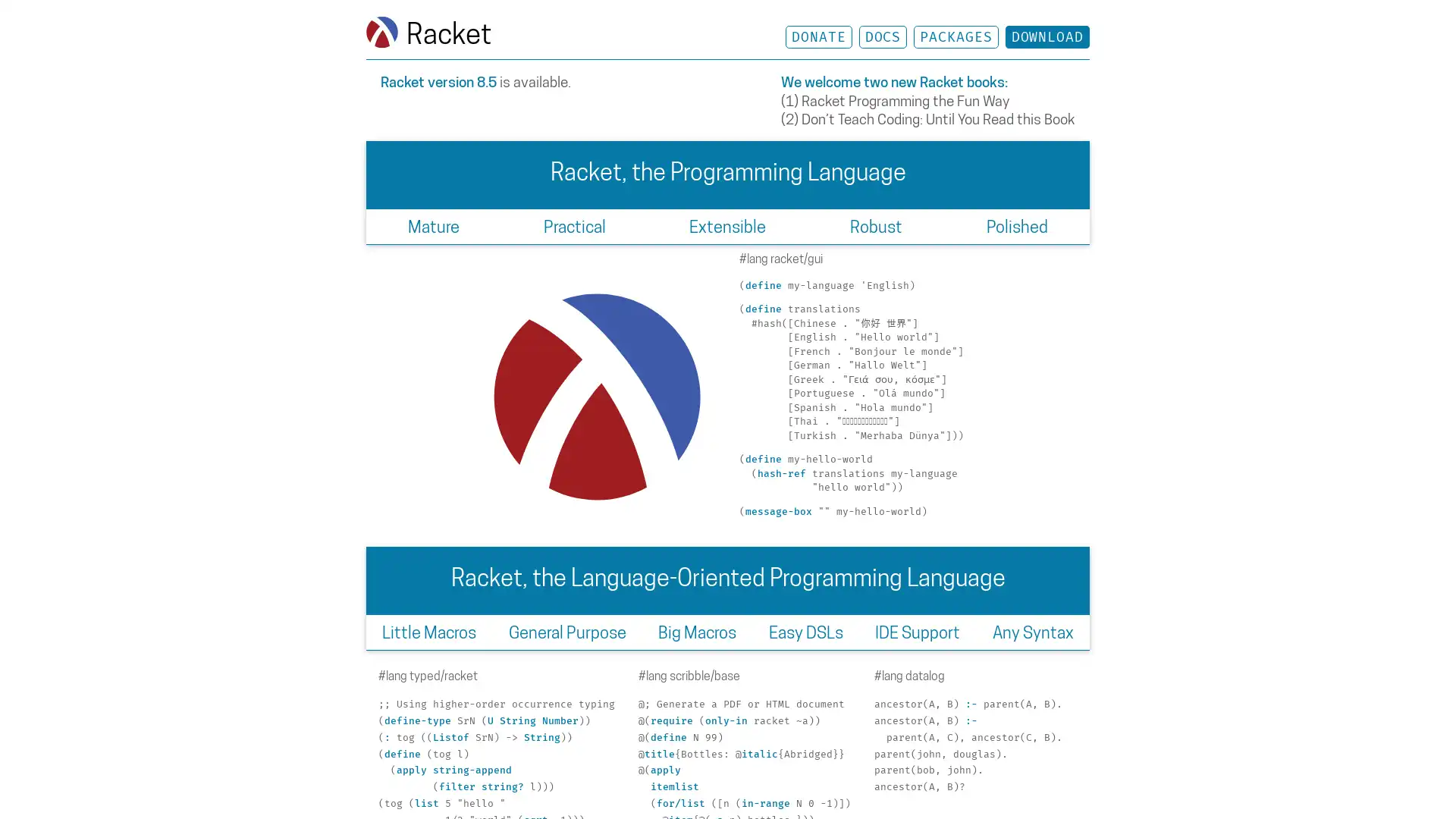 This screenshot has width=1456, height=819. What do you see at coordinates (696, 632) in the screenshot?
I see `Big Macros` at bounding box center [696, 632].